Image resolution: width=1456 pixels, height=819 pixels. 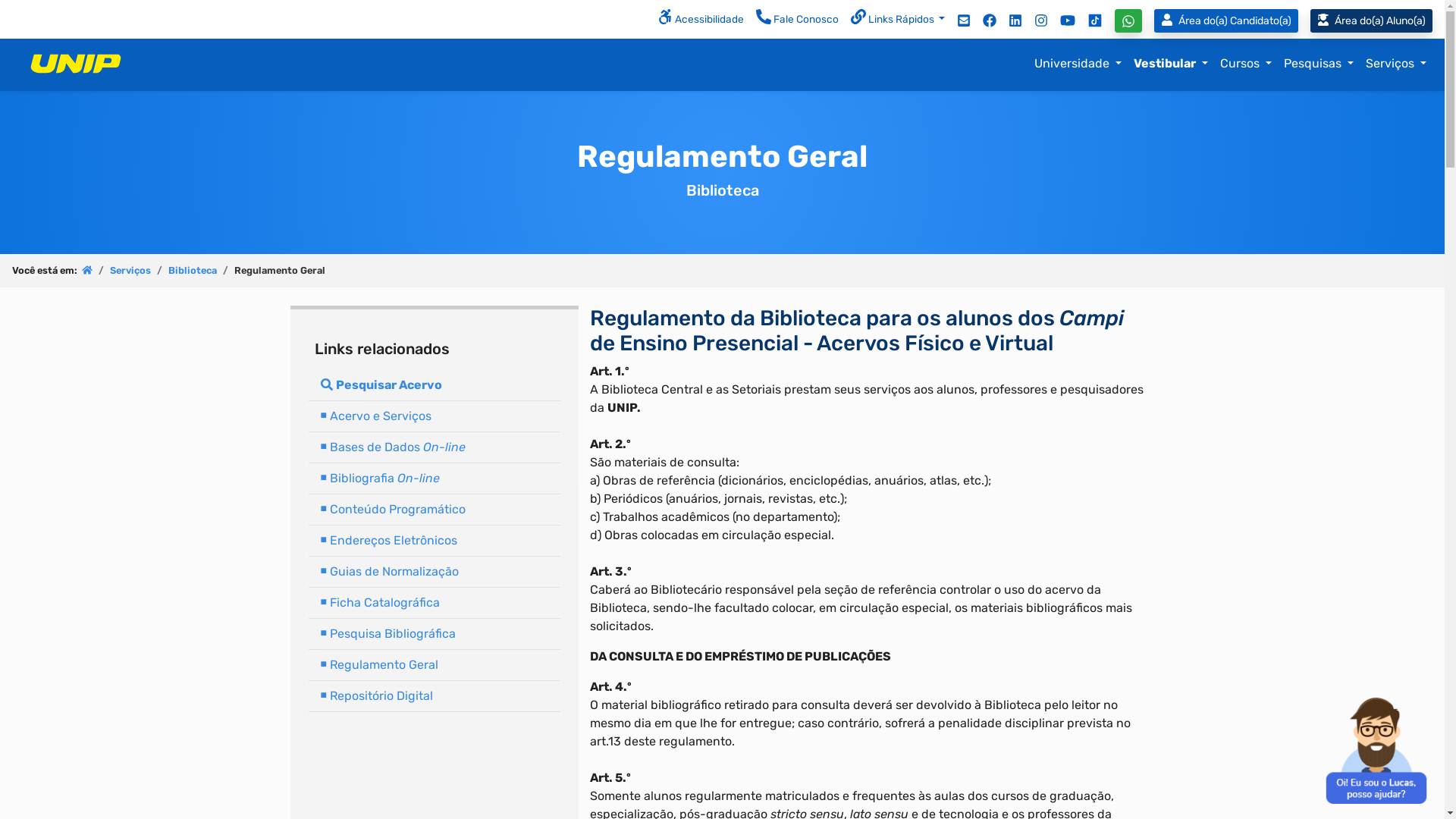 I want to click on 'Cursos', so click(x=1245, y=63).